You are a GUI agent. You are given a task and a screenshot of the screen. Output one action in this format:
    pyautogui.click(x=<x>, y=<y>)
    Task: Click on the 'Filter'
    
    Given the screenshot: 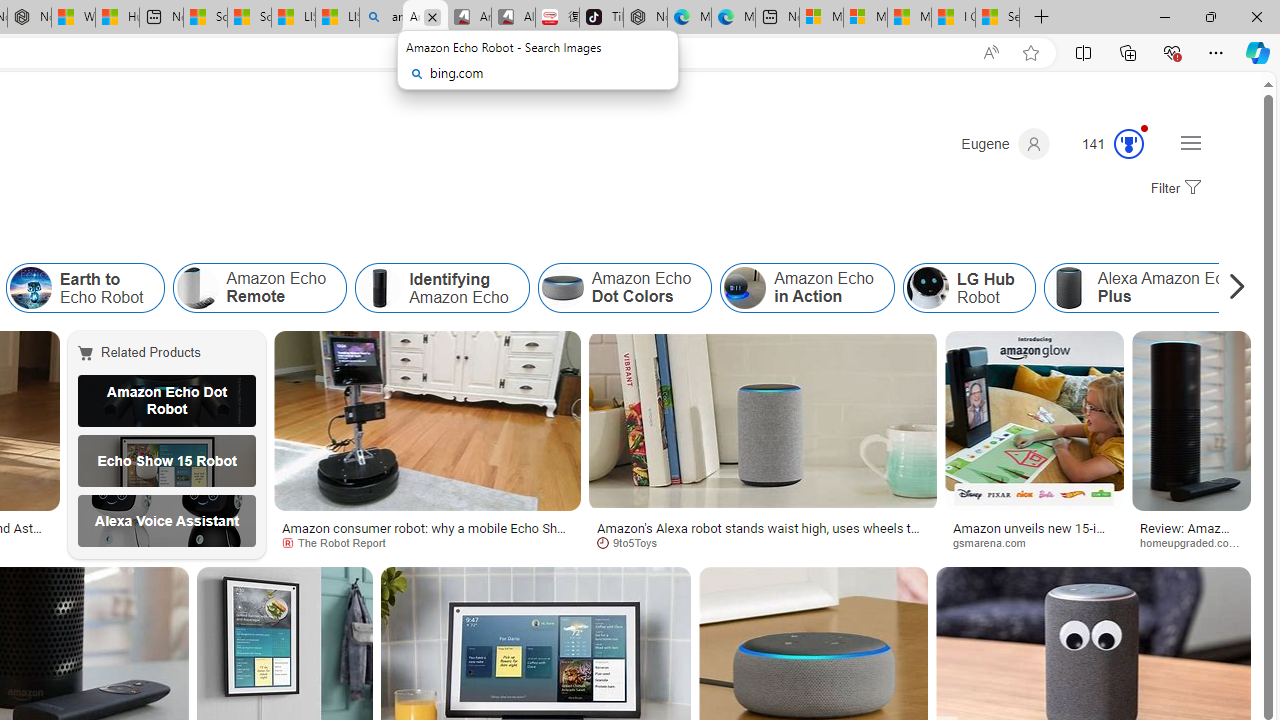 What is the action you would take?
    pyautogui.click(x=1173, y=189)
    